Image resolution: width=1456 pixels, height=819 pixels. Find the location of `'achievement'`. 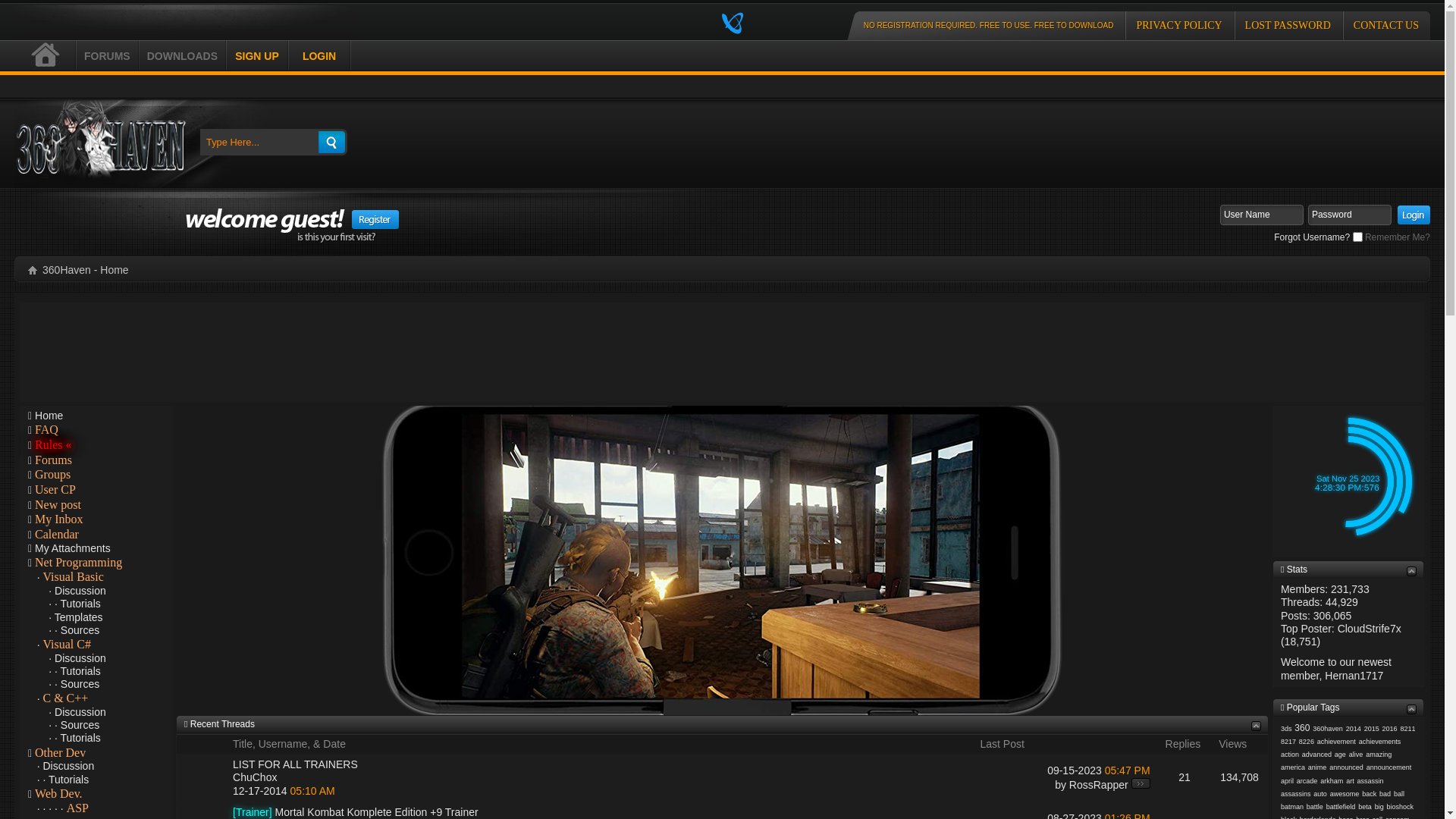

'achievement' is located at coordinates (1336, 741).